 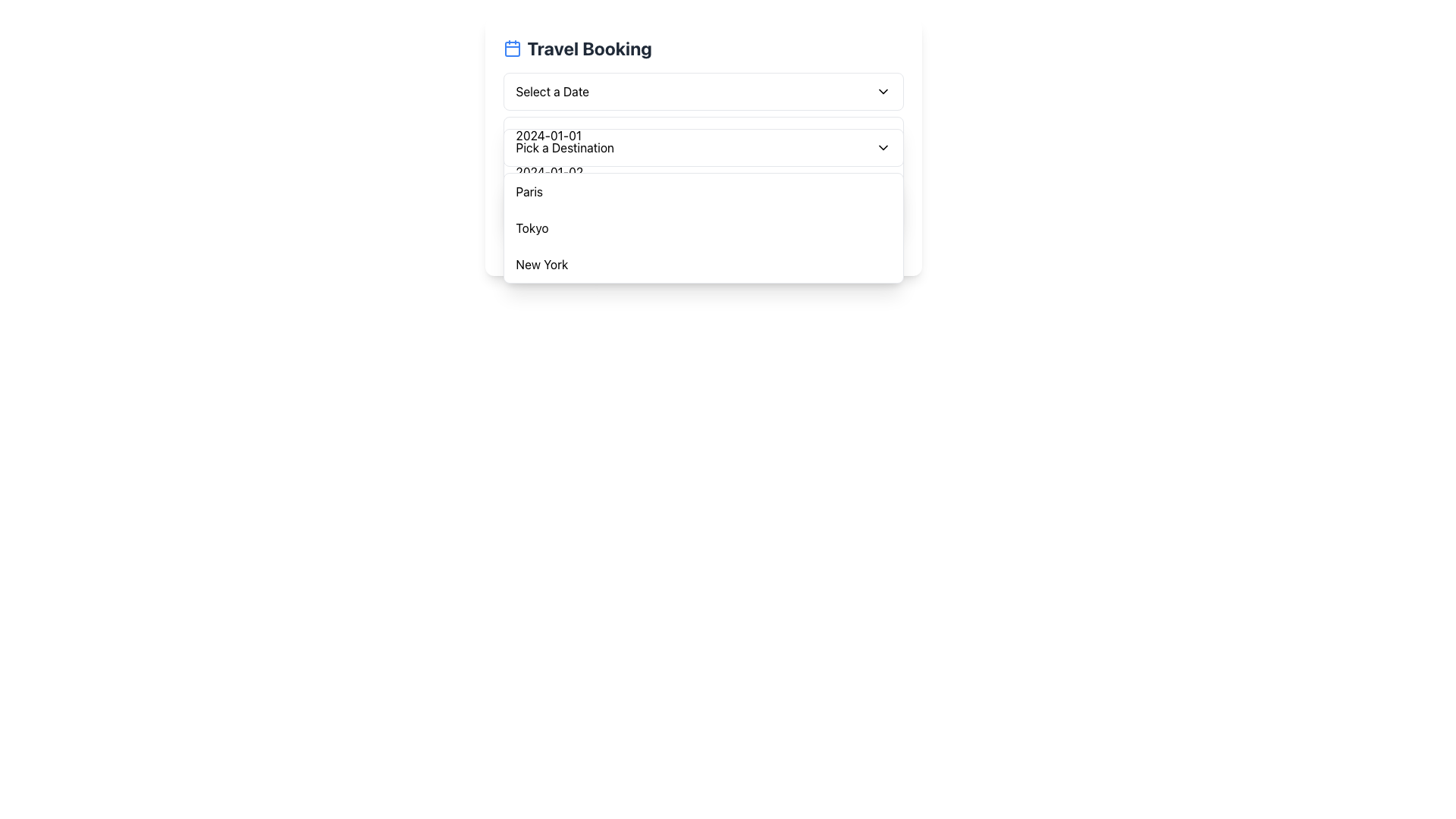 I want to click on the central rectangle within the blue calendar icon adjacent to the title 'Travel Booking', so click(x=512, y=49).